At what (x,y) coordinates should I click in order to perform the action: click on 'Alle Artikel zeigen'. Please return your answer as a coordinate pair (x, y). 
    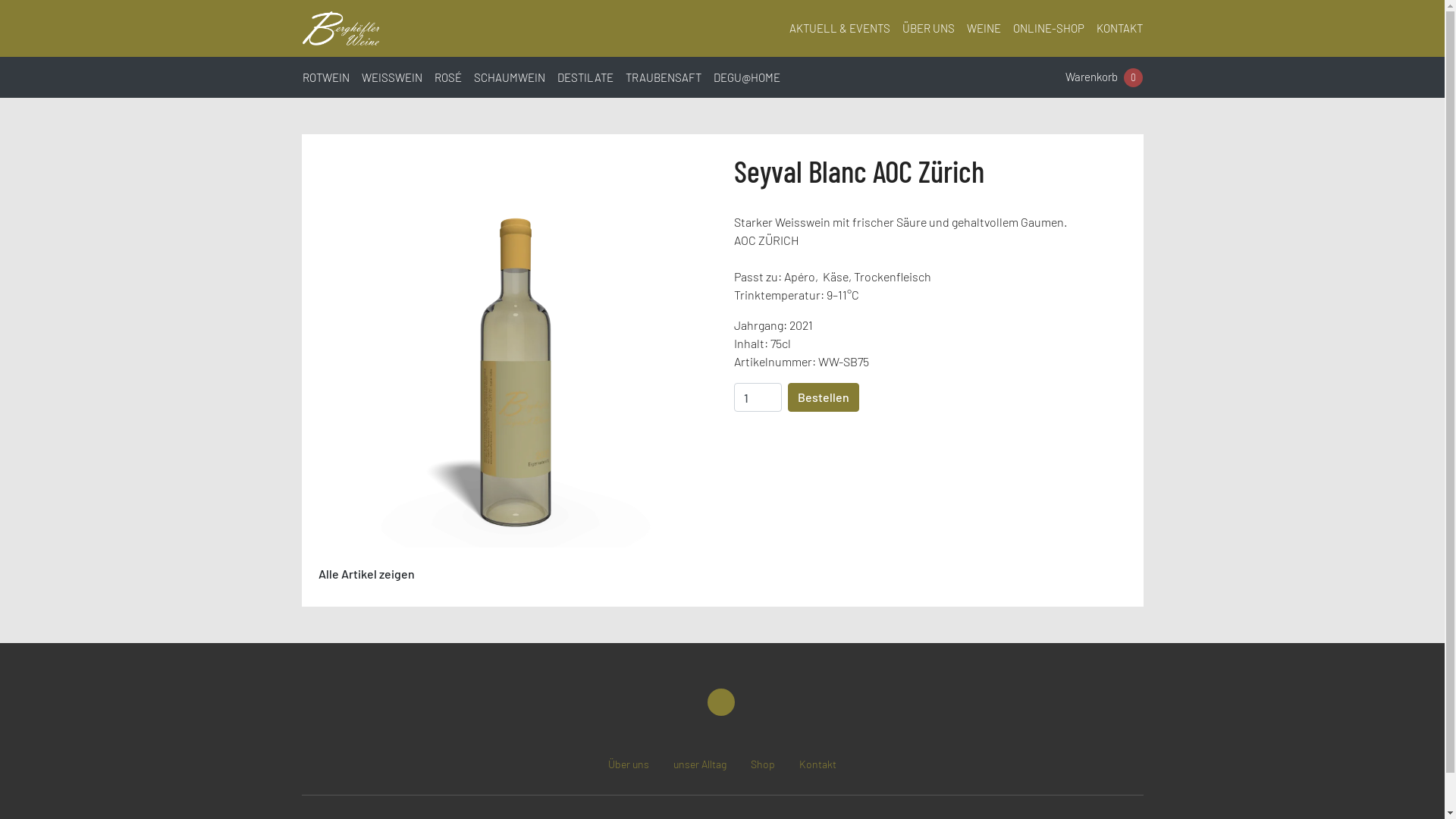
    Looking at the image, I should click on (307, 573).